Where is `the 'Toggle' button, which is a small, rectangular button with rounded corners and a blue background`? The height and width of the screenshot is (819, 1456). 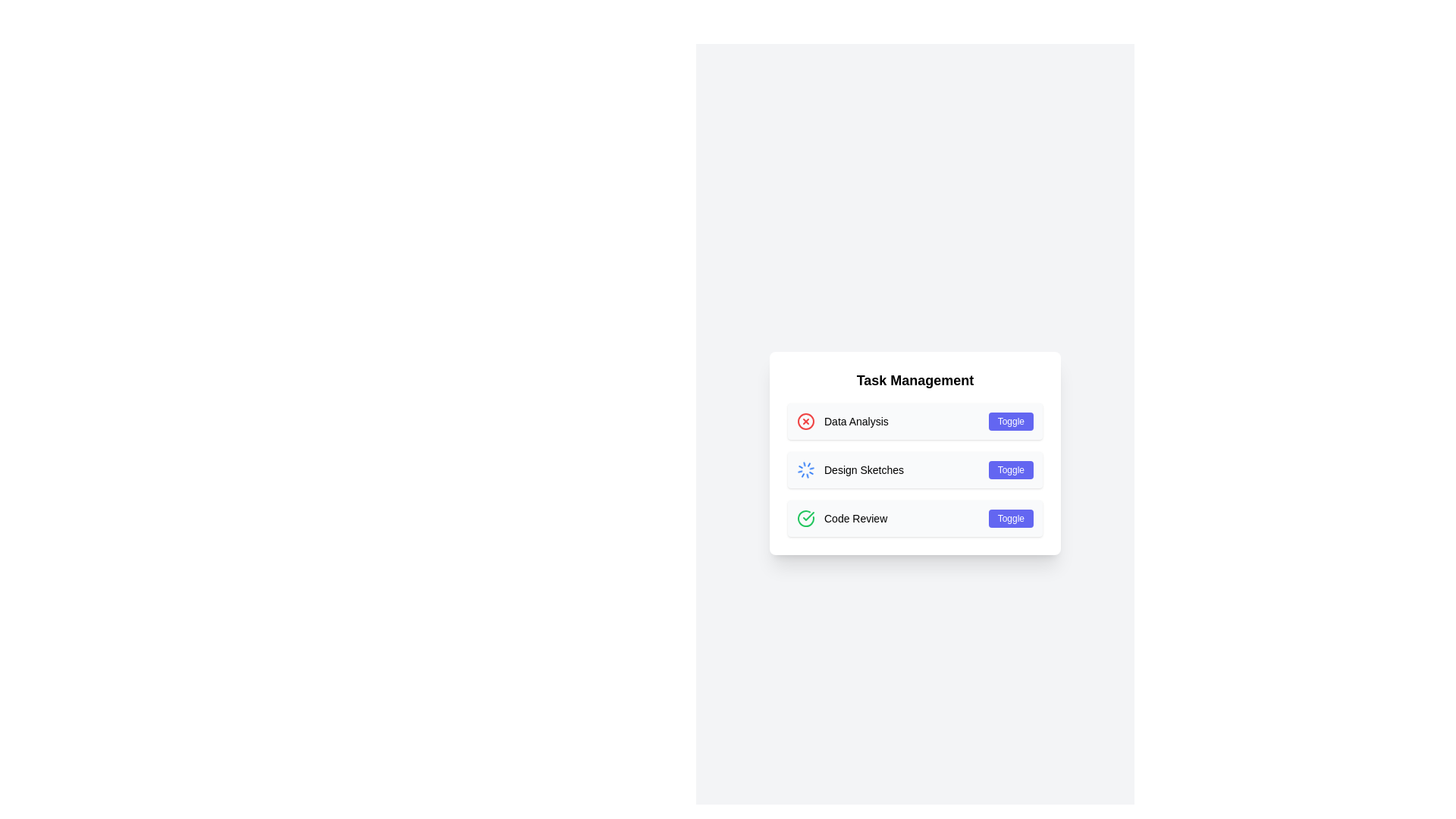
the 'Toggle' button, which is a small, rectangular button with rounded corners and a blue background is located at coordinates (1011, 517).